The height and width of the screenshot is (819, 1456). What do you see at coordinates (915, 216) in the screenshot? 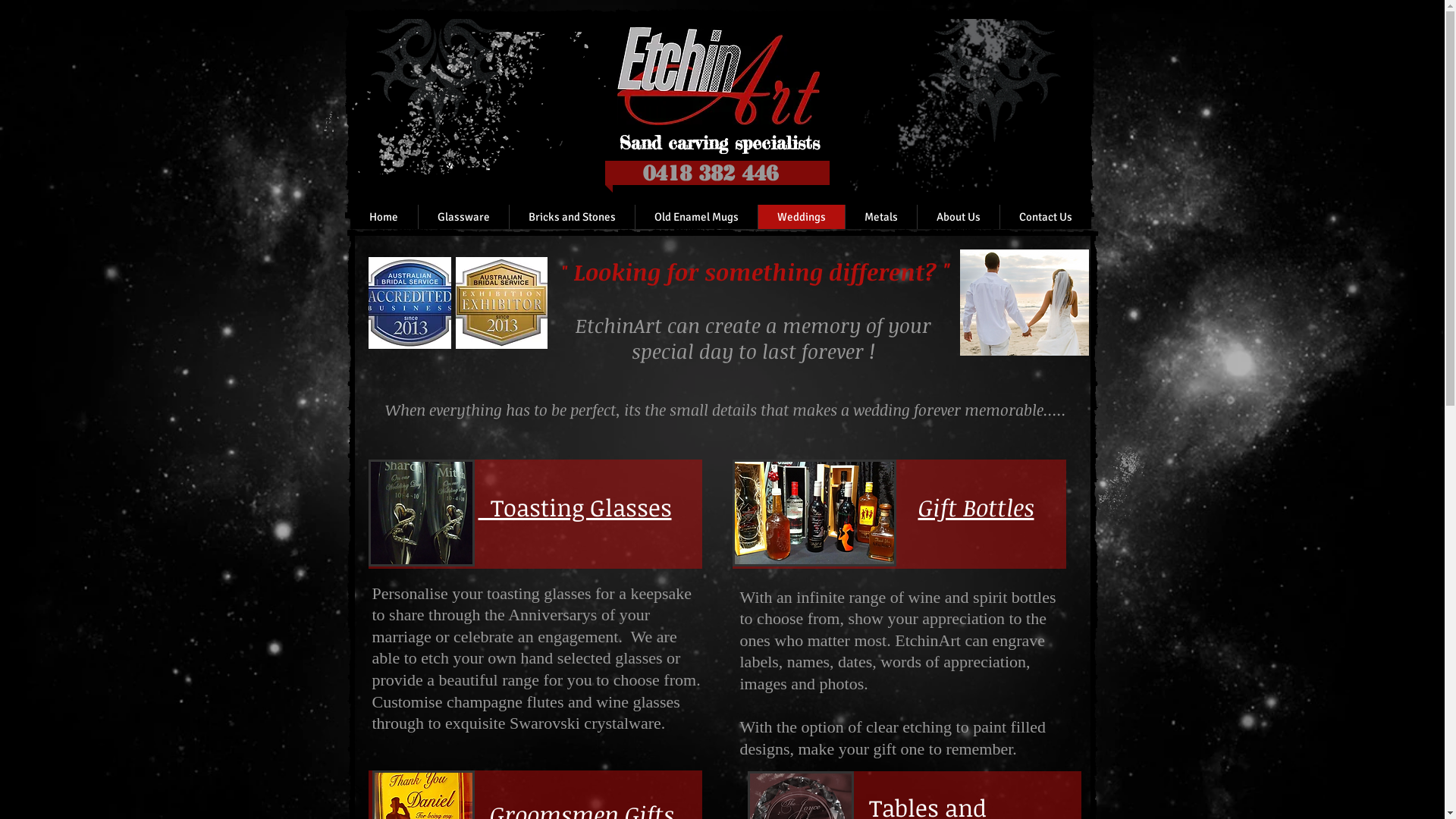
I see `'About Us'` at bounding box center [915, 216].